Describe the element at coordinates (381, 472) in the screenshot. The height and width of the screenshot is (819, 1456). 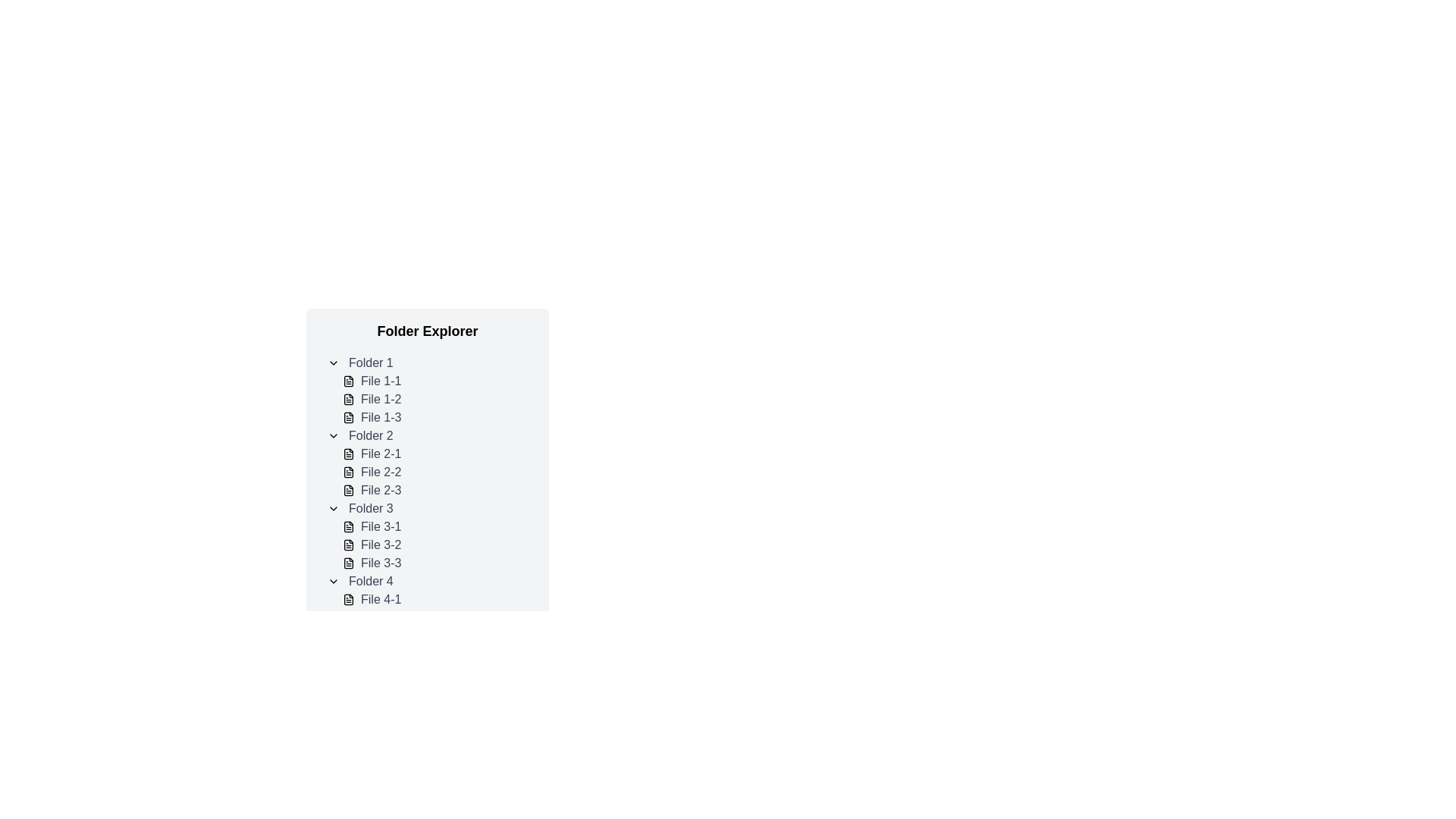
I see `the textual label displaying 'File 2-2' which is part of the file list under 'Folder 2'` at that location.